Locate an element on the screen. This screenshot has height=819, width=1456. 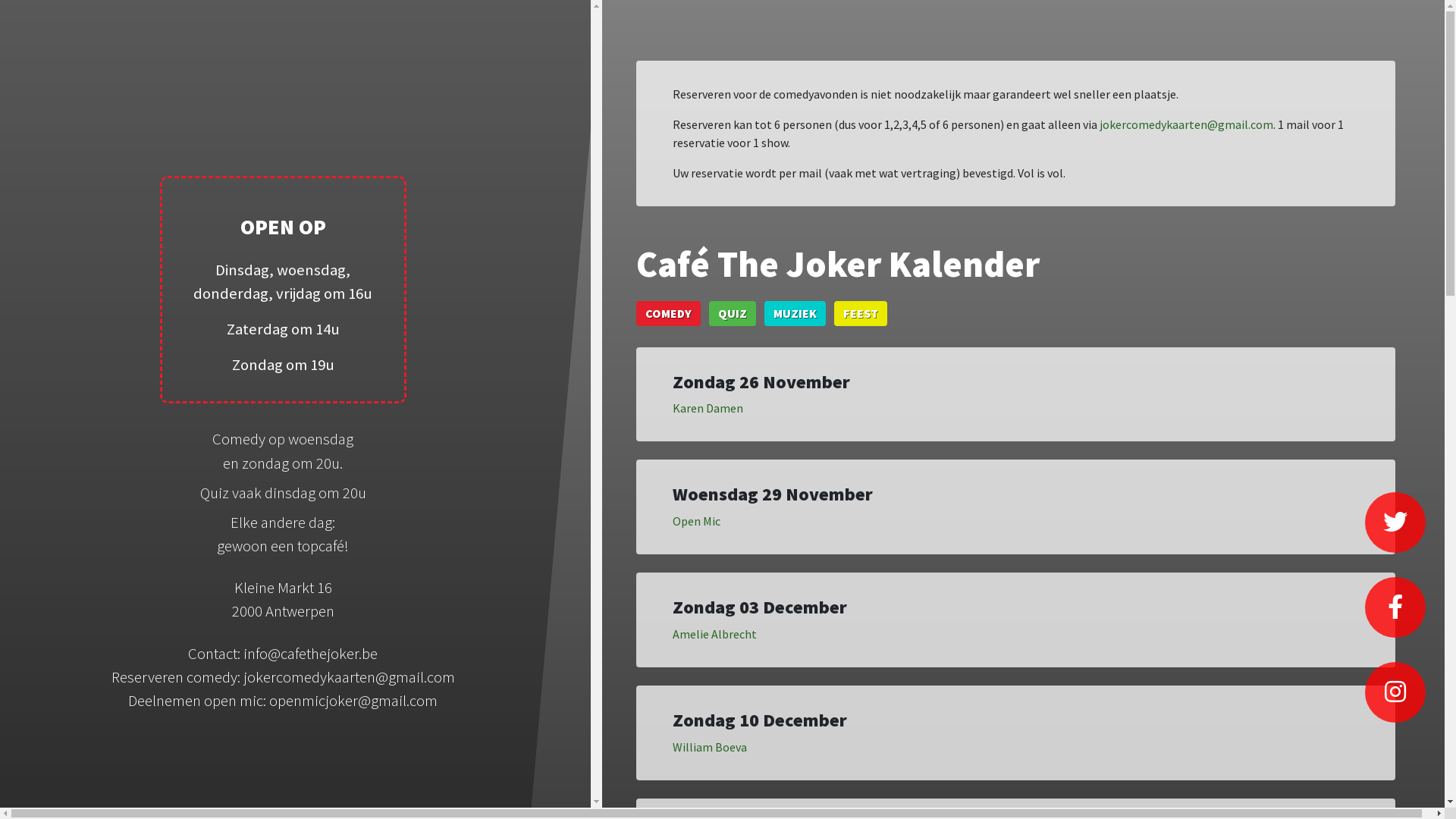
'William Boeva' is located at coordinates (672, 745).